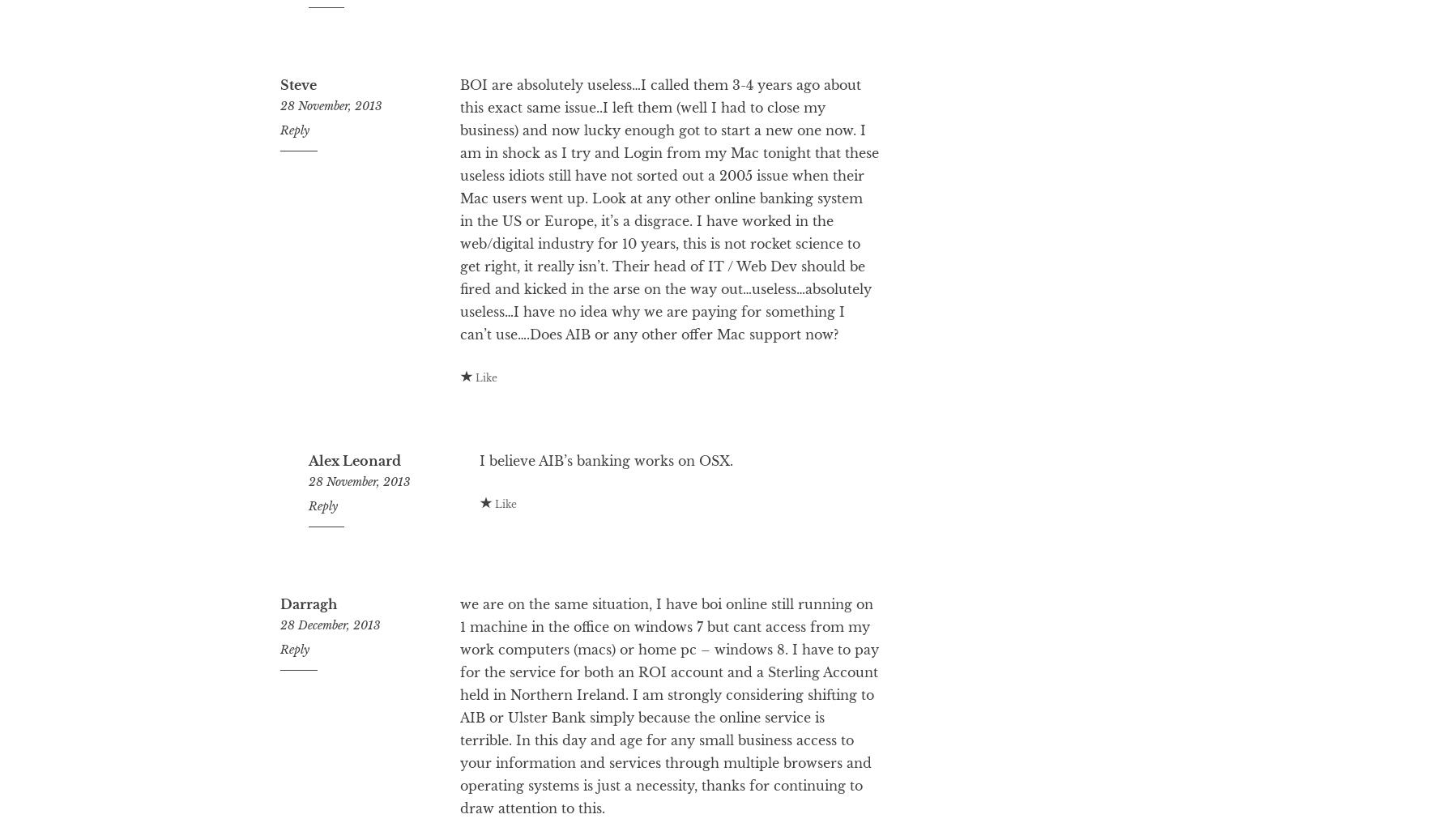 Image resolution: width=1442 pixels, height=840 pixels. What do you see at coordinates (458, 273) in the screenshot?
I see `'BOI are absolutely useless…I called them 3-4 years ago about this exact same issue..I left them (well I had to close my business) and now lucky enough got to start a new one now. I am in shock as I try and Login from my Mac tonight that these useless idiots still have not sorted out a 2005 issue when their Mac users went up. Look at any other online banking system in the US or Europe, it’s a disgrace. I have worked in the web/digital industry for 10 years, this is not rocket science to get right, it really isn’t. Their head of IT / Web Dev should be fired and kicked in the arse on the way out…useless…absolutely useless…I have no idea why we are paying for something I can’t use….Does AIB or any other offer Mac support now?'` at bounding box center [458, 273].